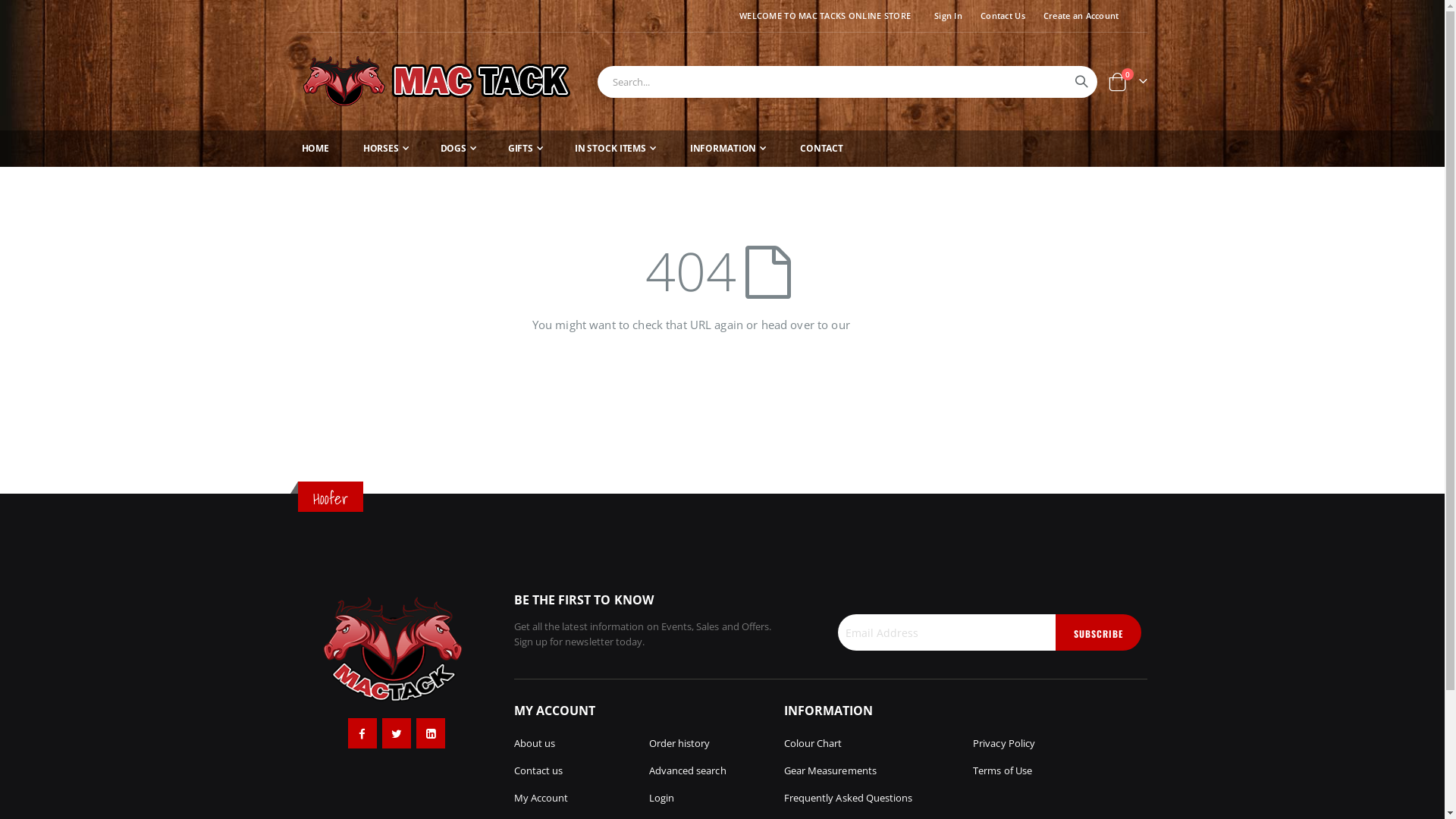 This screenshot has height=819, width=1456. What do you see at coordinates (1080, 81) in the screenshot?
I see `'Search'` at bounding box center [1080, 81].